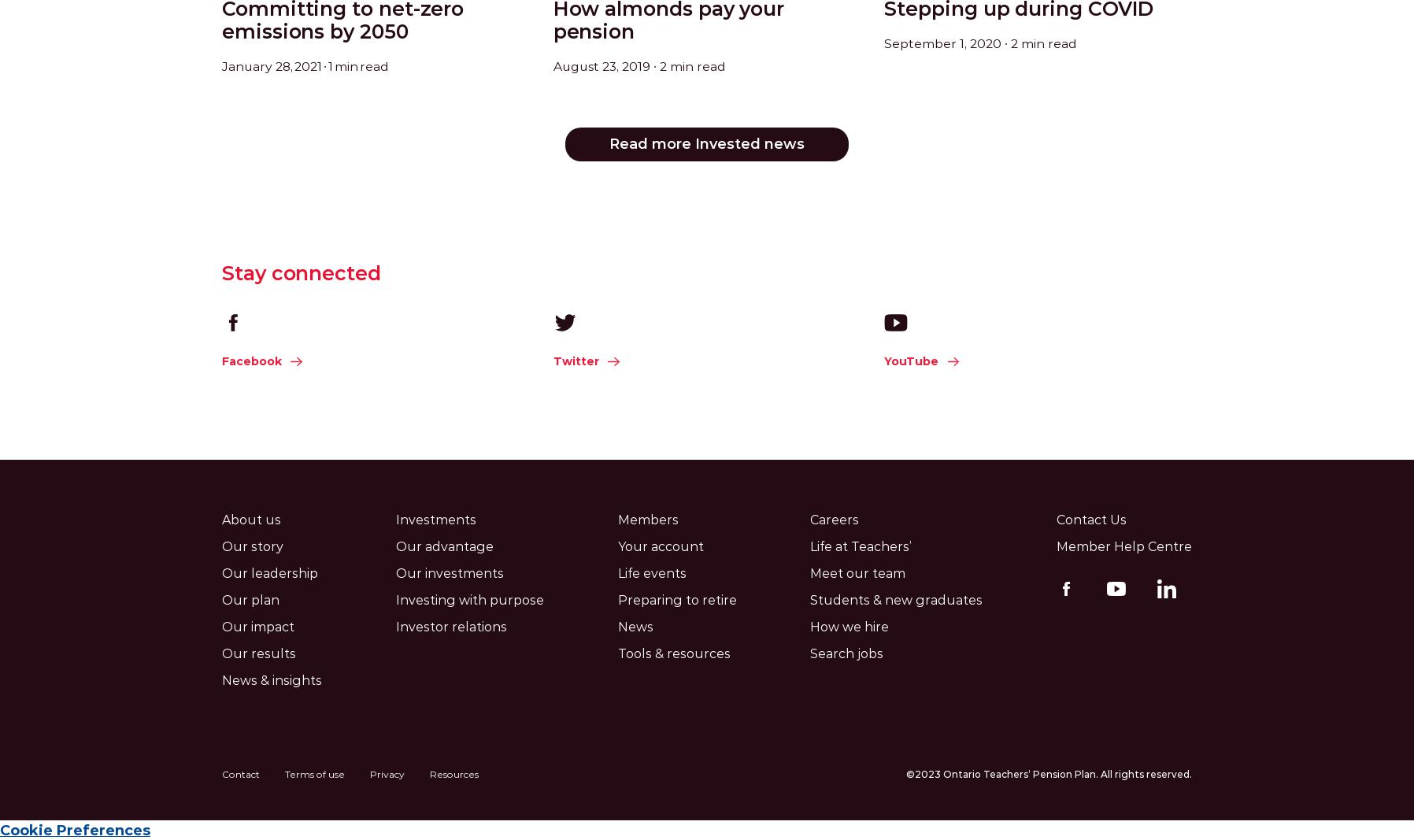  I want to click on 'How we hire', so click(849, 626).